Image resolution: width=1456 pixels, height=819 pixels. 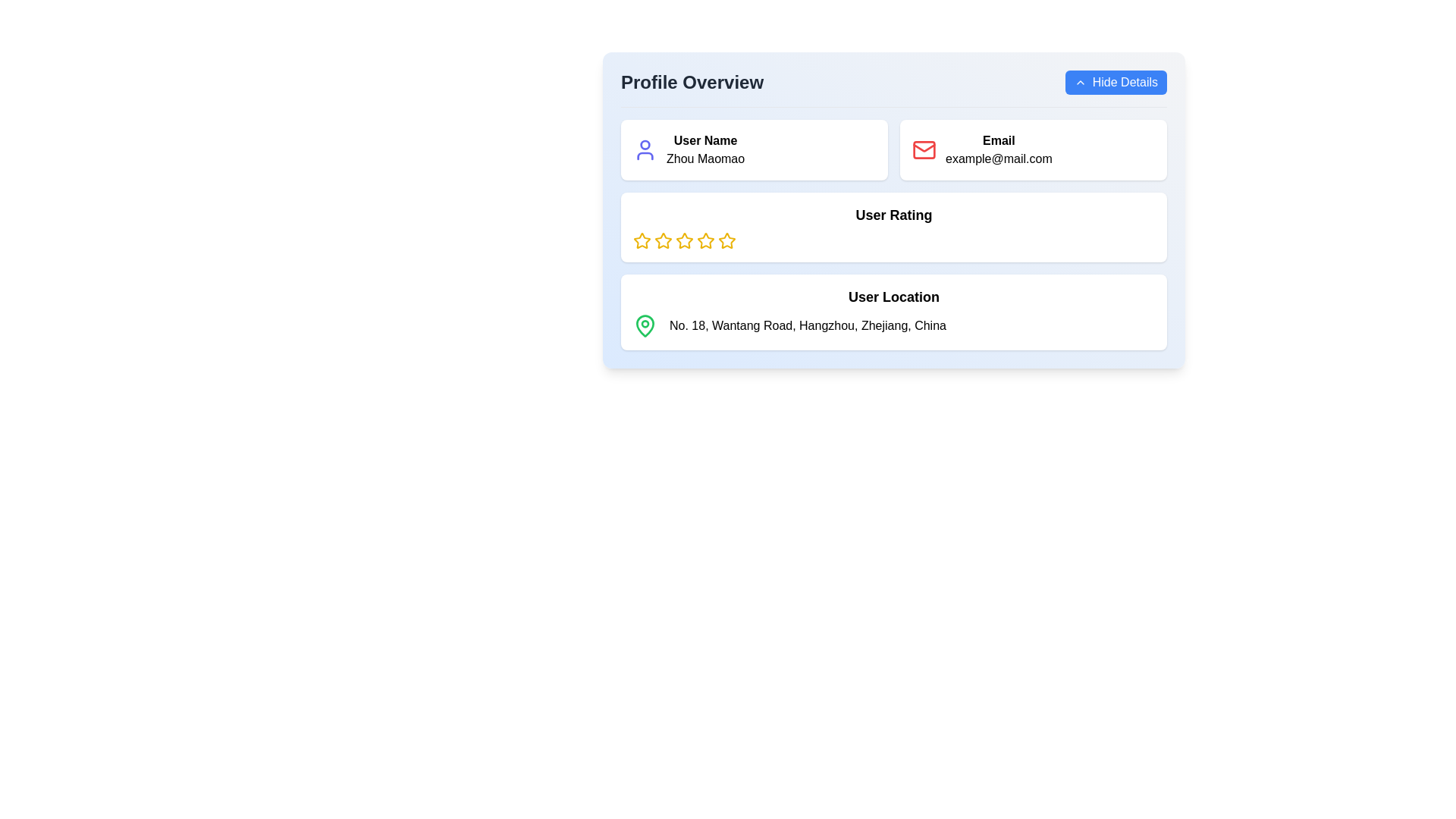 I want to click on name displayed in the 'User Name' text display located in the top-left corner of the Profile Overview panel, adjacent to the user icon, so click(x=704, y=149).